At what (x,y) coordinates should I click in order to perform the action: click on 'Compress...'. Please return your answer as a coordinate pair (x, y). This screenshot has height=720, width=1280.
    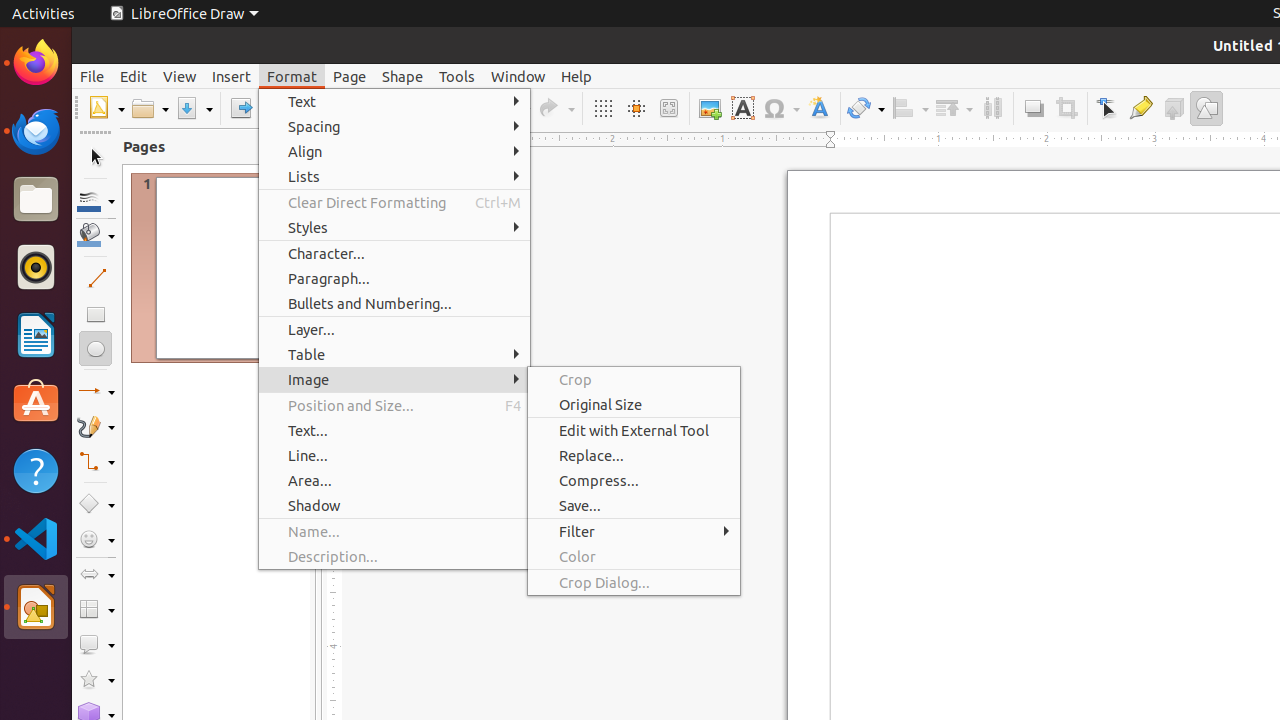
    Looking at the image, I should click on (632, 480).